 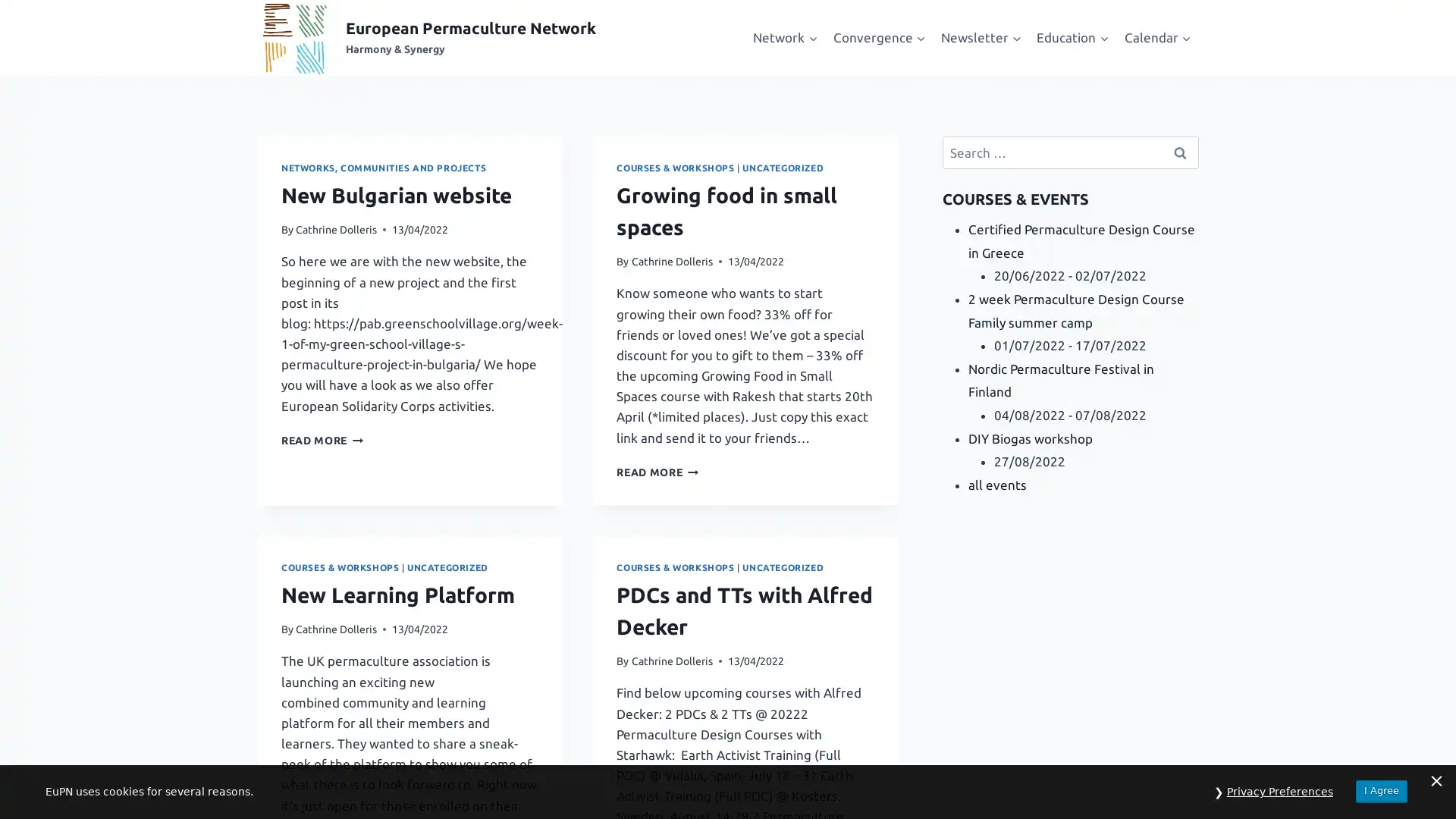 What do you see at coordinates (785, 36) in the screenshot?
I see `Expand child menu` at bounding box center [785, 36].